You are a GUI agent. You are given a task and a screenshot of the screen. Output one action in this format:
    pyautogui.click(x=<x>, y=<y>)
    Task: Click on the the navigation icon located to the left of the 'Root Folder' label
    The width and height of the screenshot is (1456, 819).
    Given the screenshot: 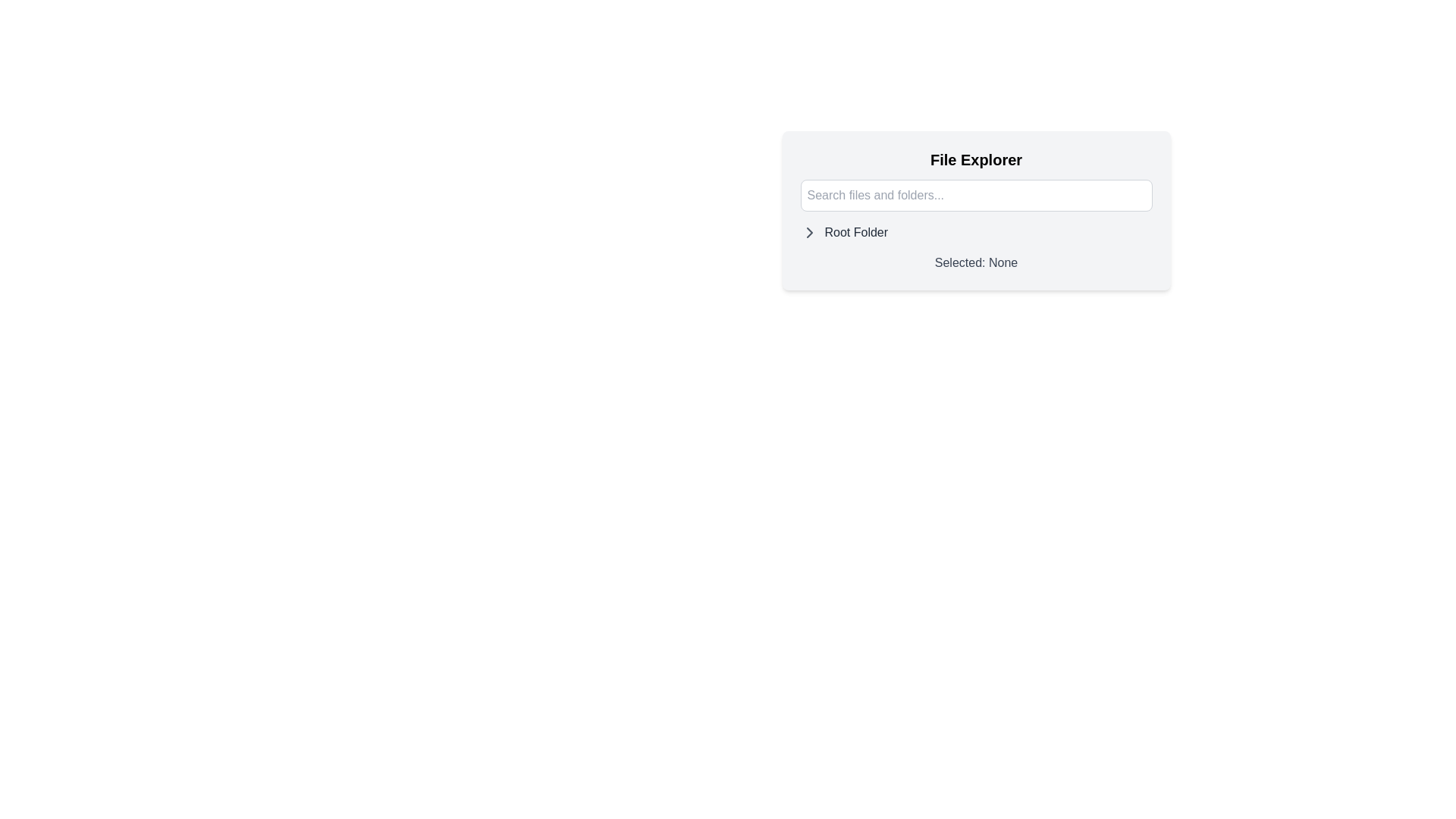 What is the action you would take?
    pyautogui.click(x=808, y=233)
    